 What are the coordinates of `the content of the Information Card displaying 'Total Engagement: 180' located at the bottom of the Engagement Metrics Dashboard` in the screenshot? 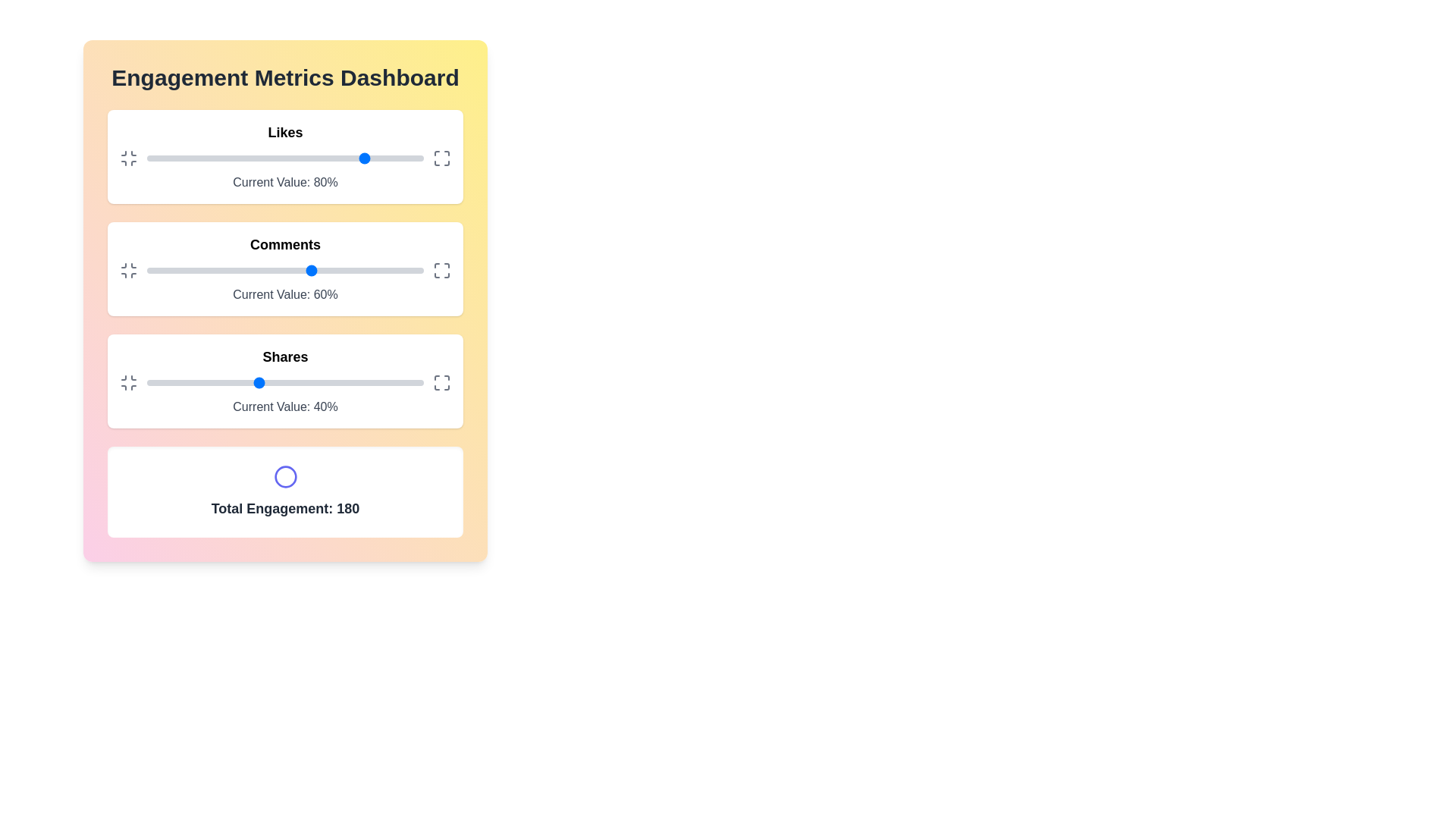 It's located at (285, 491).